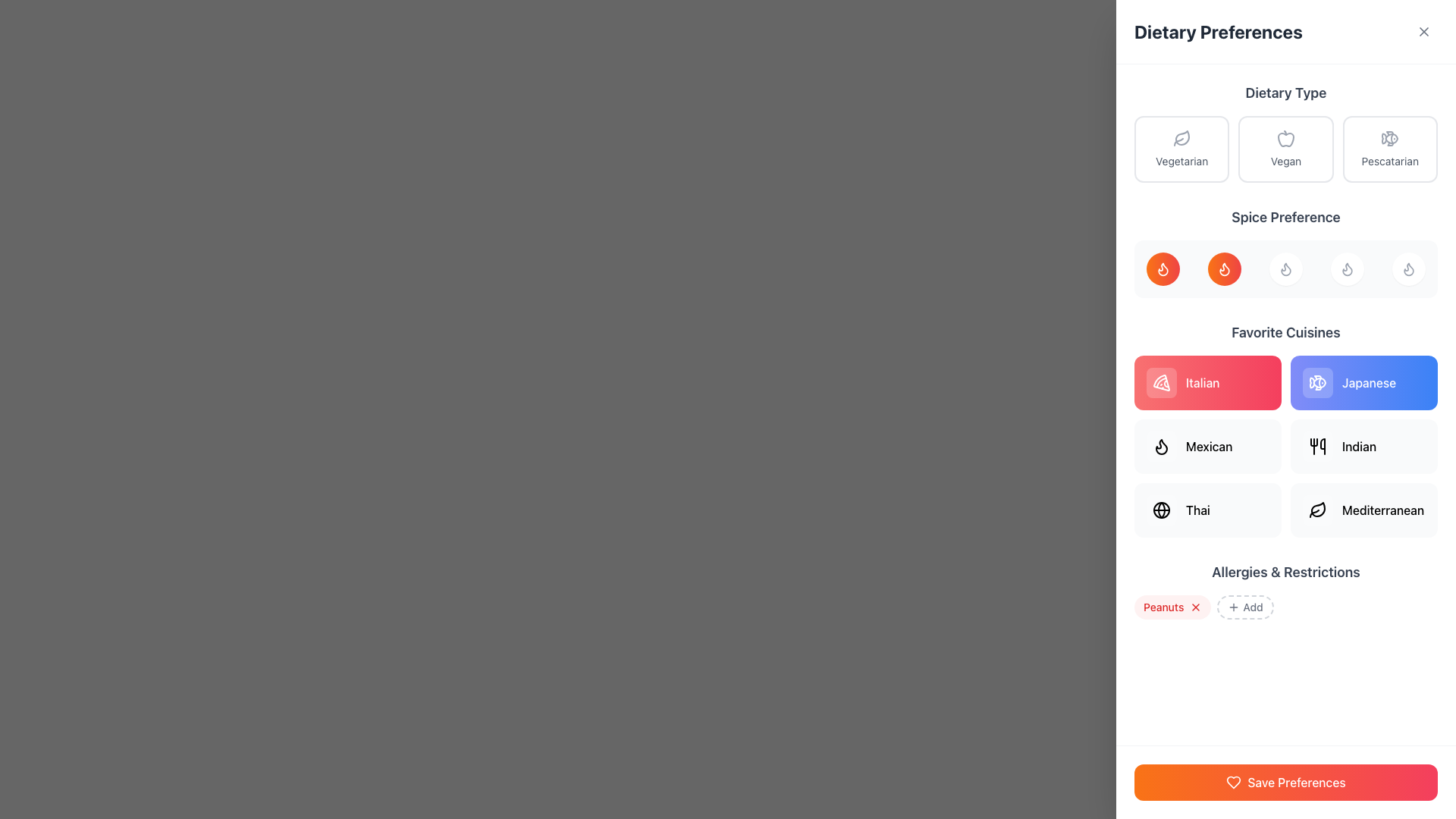 The width and height of the screenshot is (1456, 819). What do you see at coordinates (1160, 446) in the screenshot?
I see `the flame icon within the 'Mexican' selection block in the 'Favorite Cuisines' section for visual context` at bounding box center [1160, 446].